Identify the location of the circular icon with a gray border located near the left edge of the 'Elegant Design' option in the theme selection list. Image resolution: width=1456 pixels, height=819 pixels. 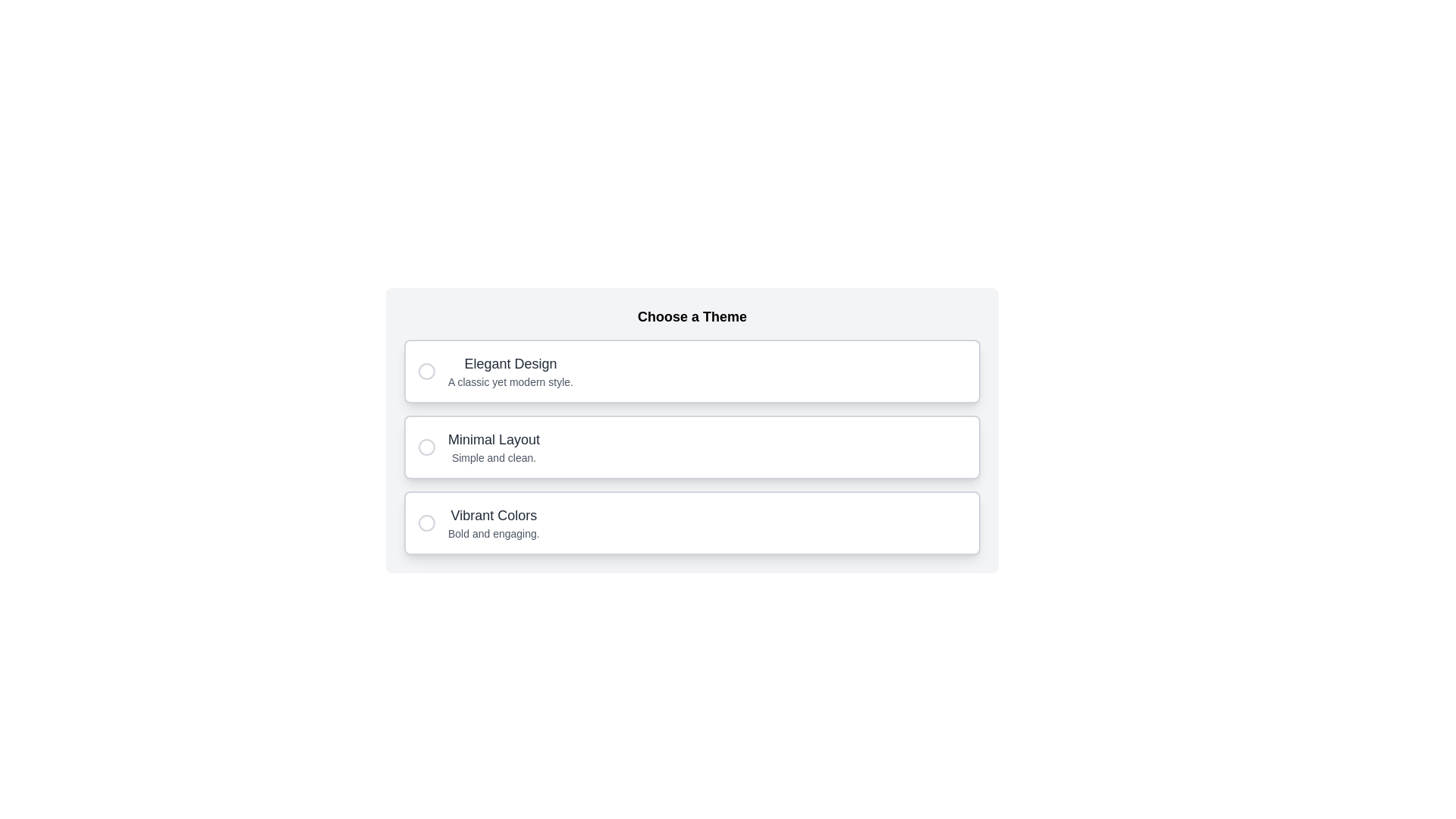
(425, 371).